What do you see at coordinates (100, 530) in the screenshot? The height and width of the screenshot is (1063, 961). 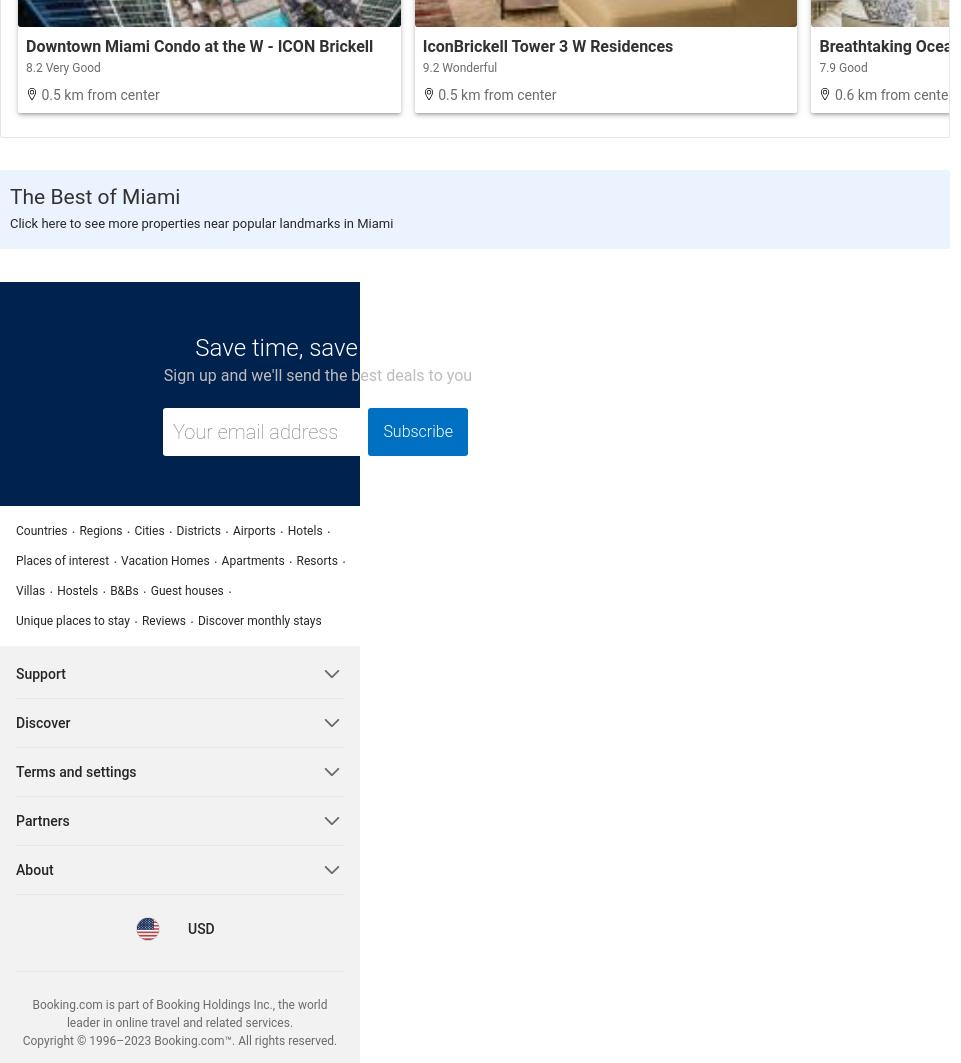 I see `'Regions'` at bounding box center [100, 530].